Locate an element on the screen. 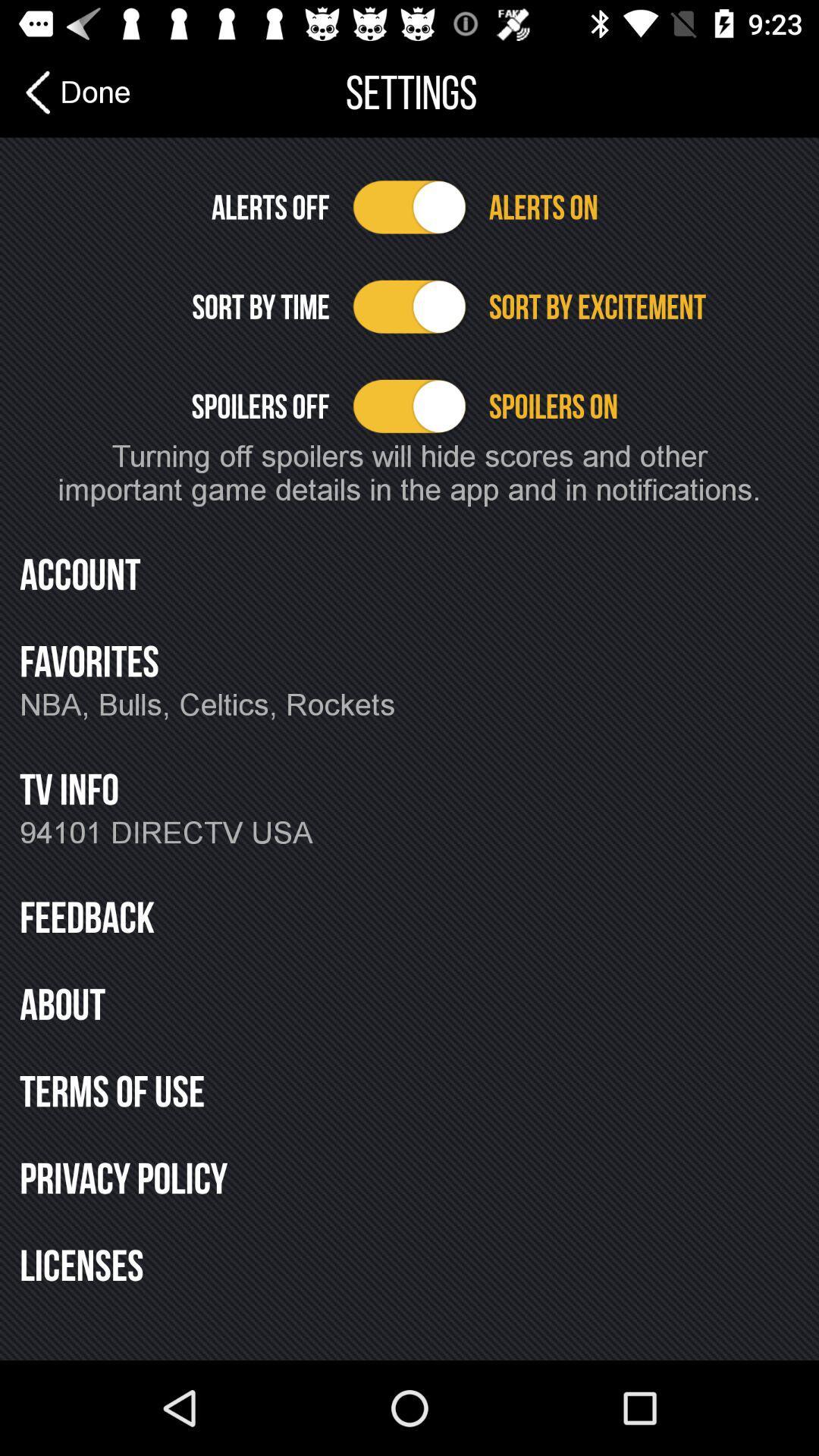  the item above sort by excitement is located at coordinates (644, 206).